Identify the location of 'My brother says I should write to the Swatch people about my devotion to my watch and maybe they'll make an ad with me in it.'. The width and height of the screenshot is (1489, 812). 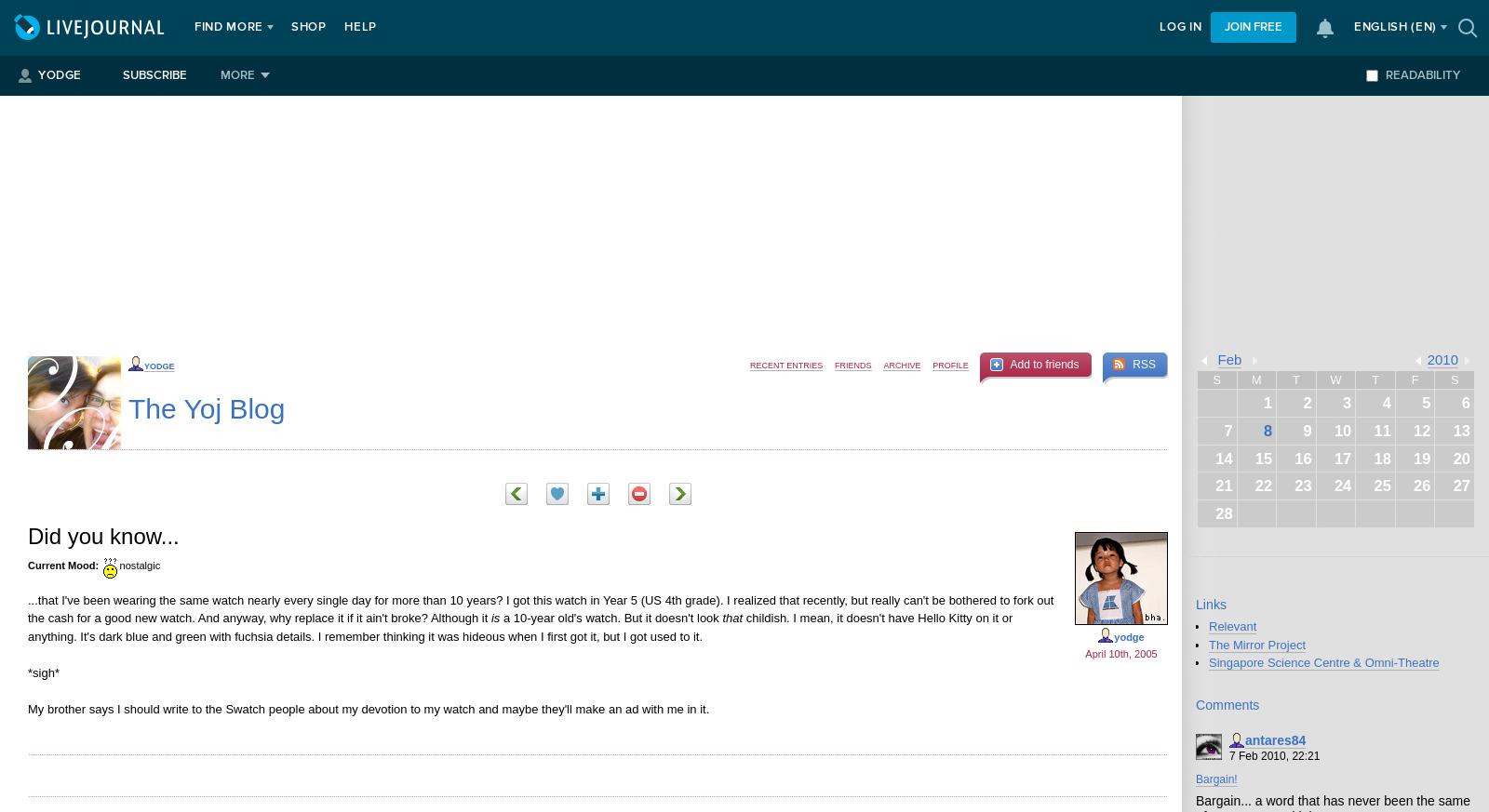
(26, 707).